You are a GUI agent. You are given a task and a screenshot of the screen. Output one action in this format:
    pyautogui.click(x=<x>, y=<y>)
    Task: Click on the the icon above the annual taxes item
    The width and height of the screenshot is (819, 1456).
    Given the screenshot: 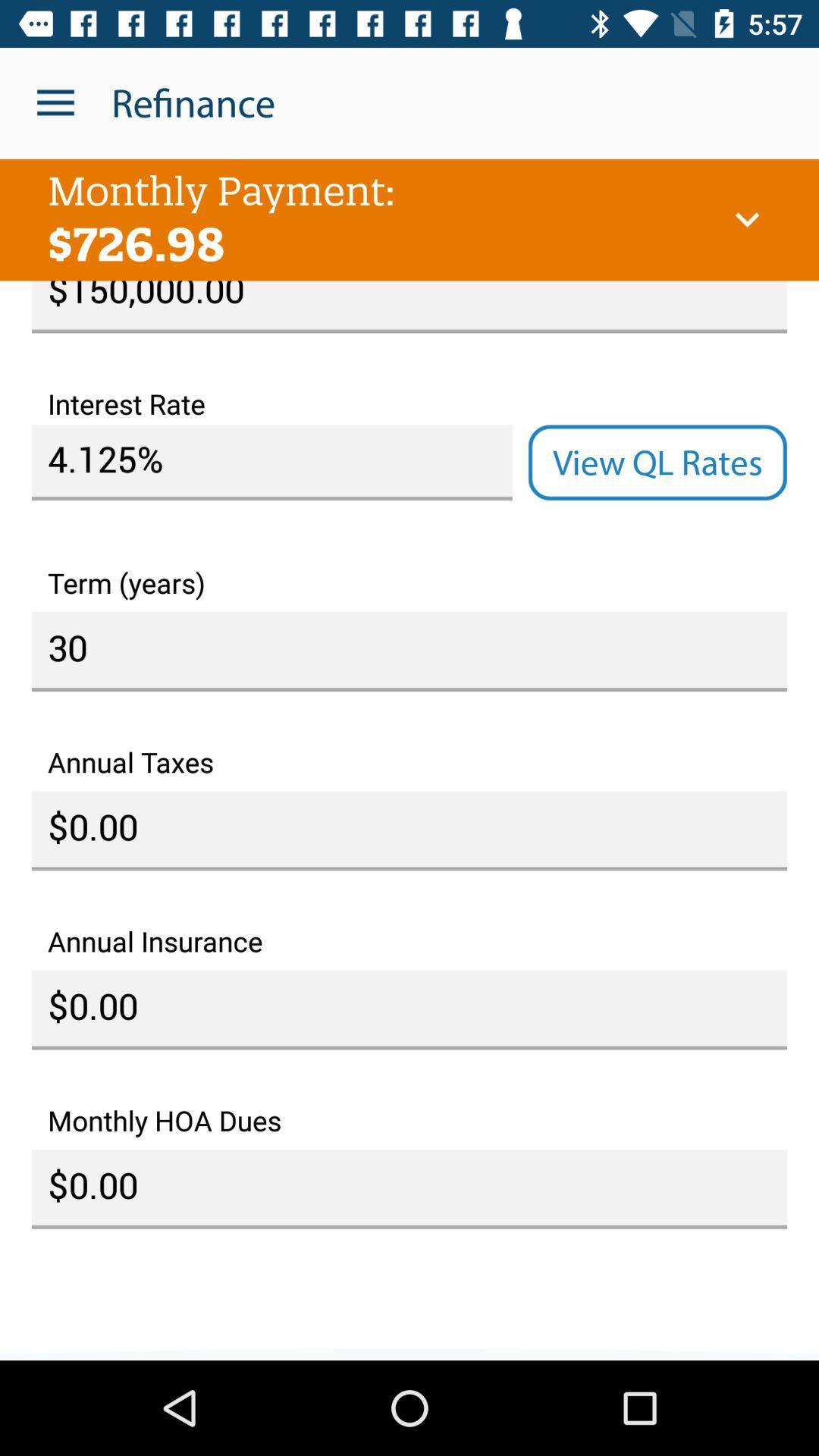 What is the action you would take?
    pyautogui.click(x=409, y=651)
    